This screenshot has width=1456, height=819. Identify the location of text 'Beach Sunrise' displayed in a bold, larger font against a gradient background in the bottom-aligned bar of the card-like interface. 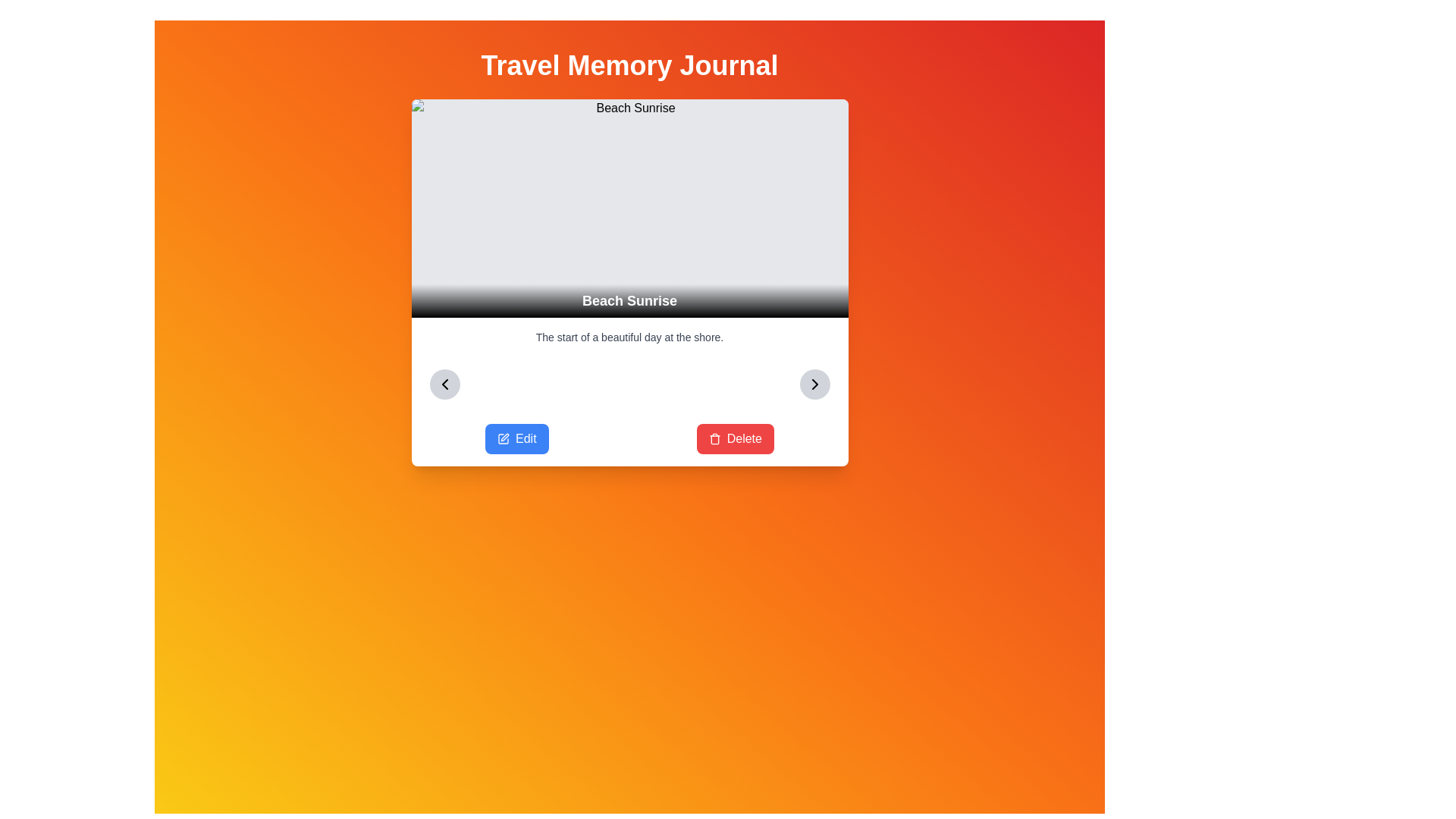
(629, 301).